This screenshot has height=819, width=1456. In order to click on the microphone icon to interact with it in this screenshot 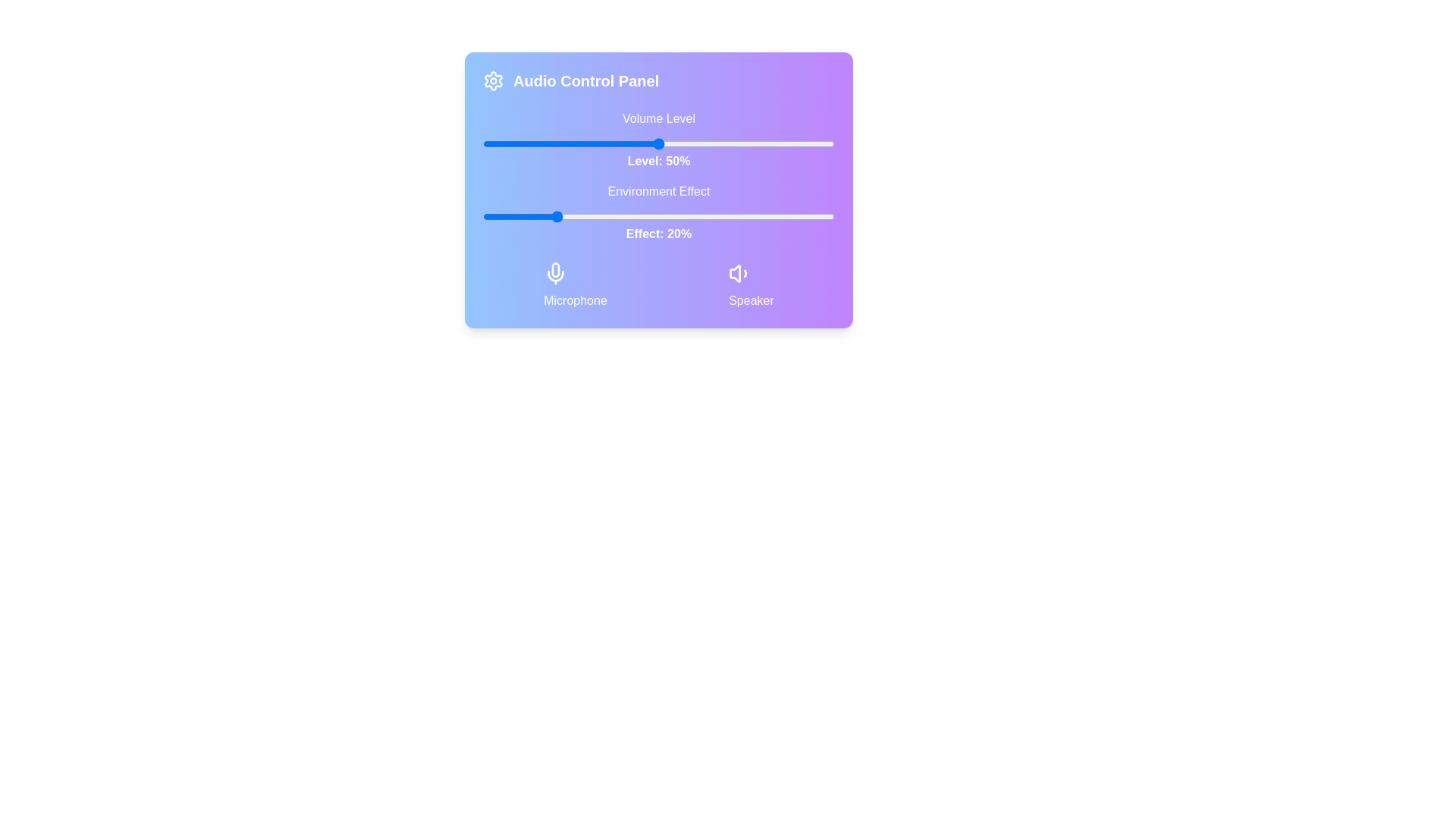, I will do `click(555, 274)`.